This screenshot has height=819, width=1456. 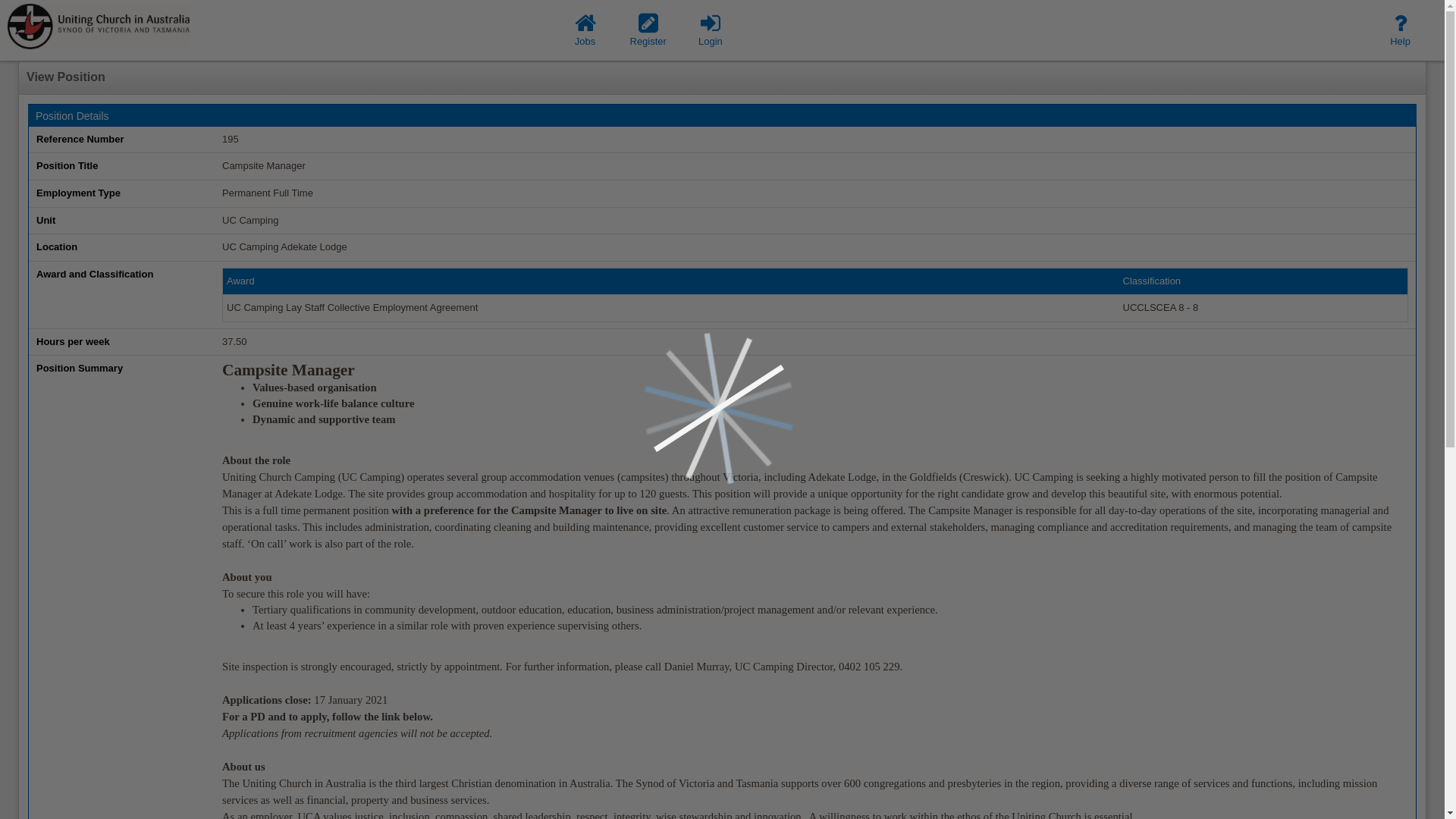 What do you see at coordinates (585, 30) in the screenshot?
I see `'Jobs'` at bounding box center [585, 30].